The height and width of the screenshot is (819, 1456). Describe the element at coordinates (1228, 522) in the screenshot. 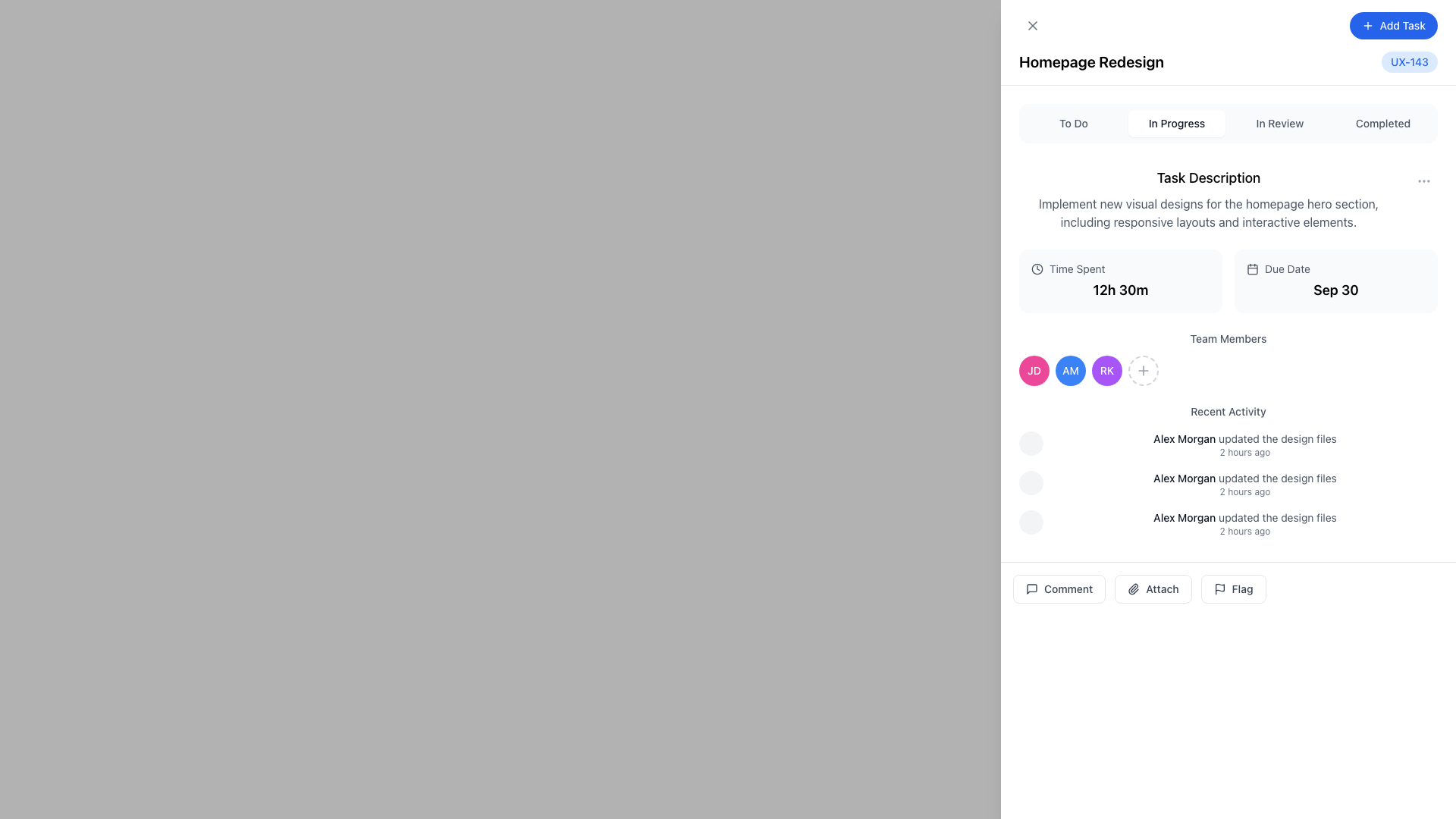

I see `the user name displayed in the last entry of the Recent Activity log, which is horizontally aligned with the circular profile placeholder` at that location.